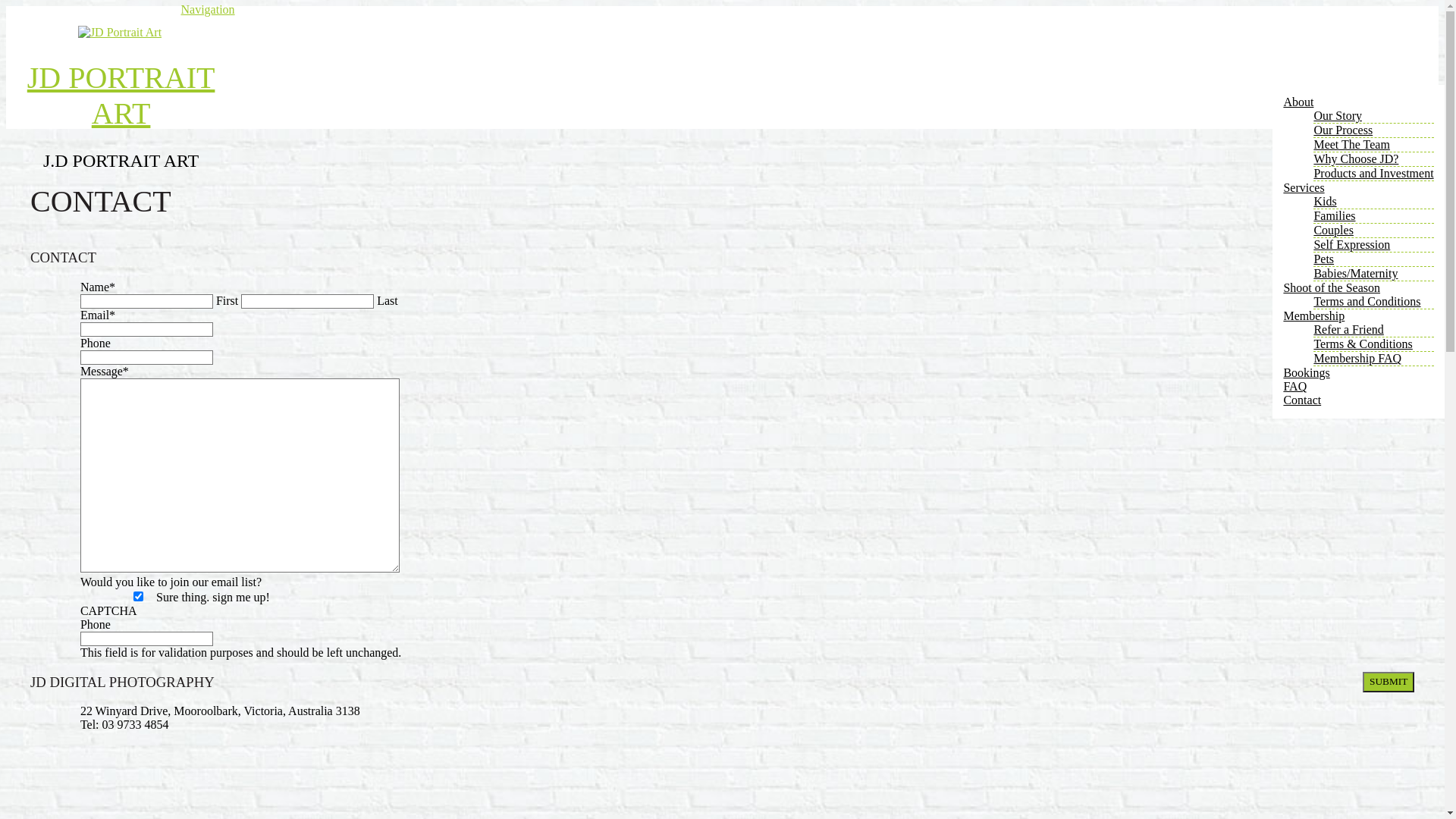 The width and height of the screenshot is (1456, 819). I want to click on 'Membership', so click(1313, 315).